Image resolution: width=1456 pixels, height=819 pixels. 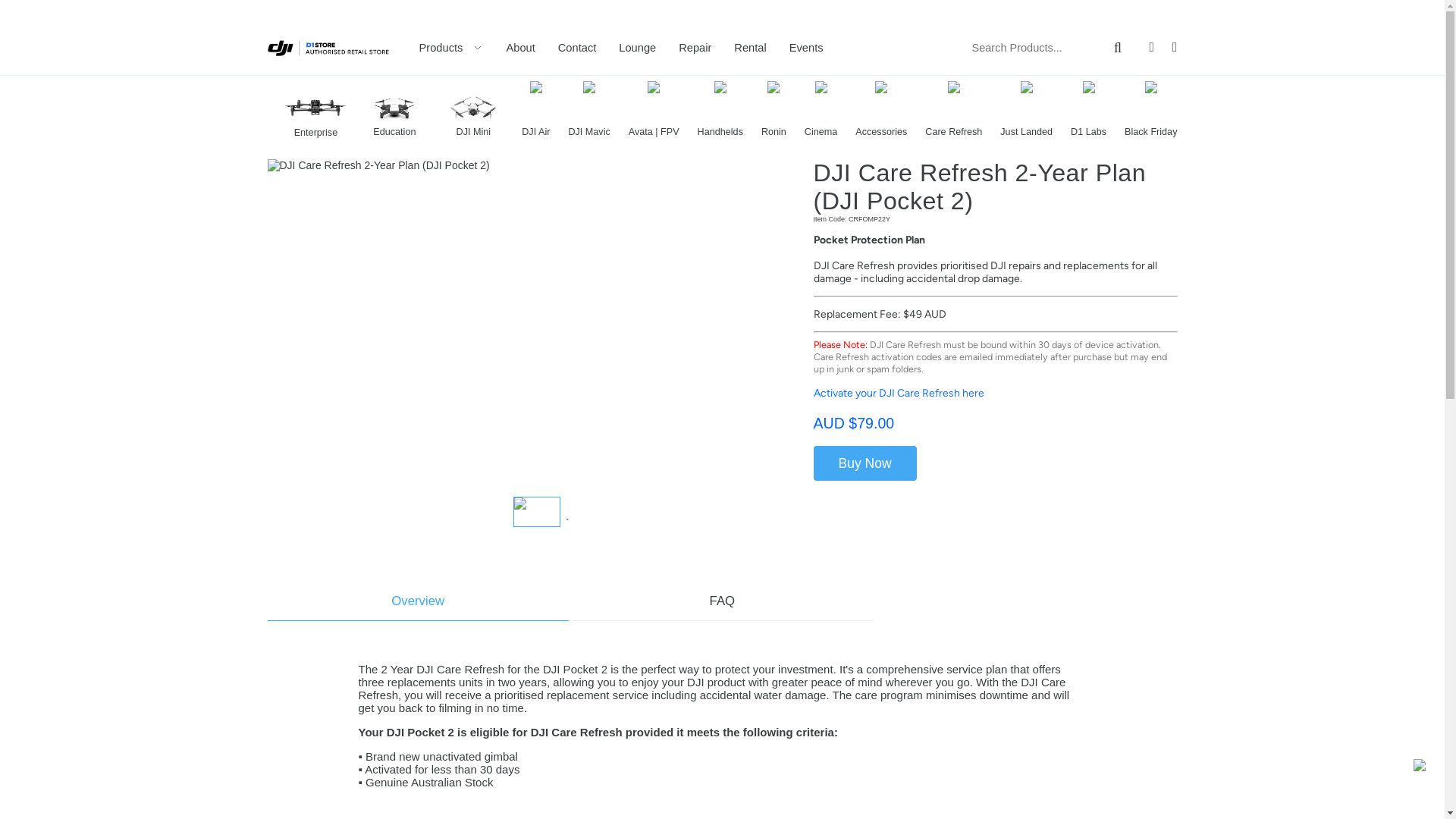 What do you see at coordinates (677, 46) in the screenshot?
I see `'Repair'` at bounding box center [677, 46].